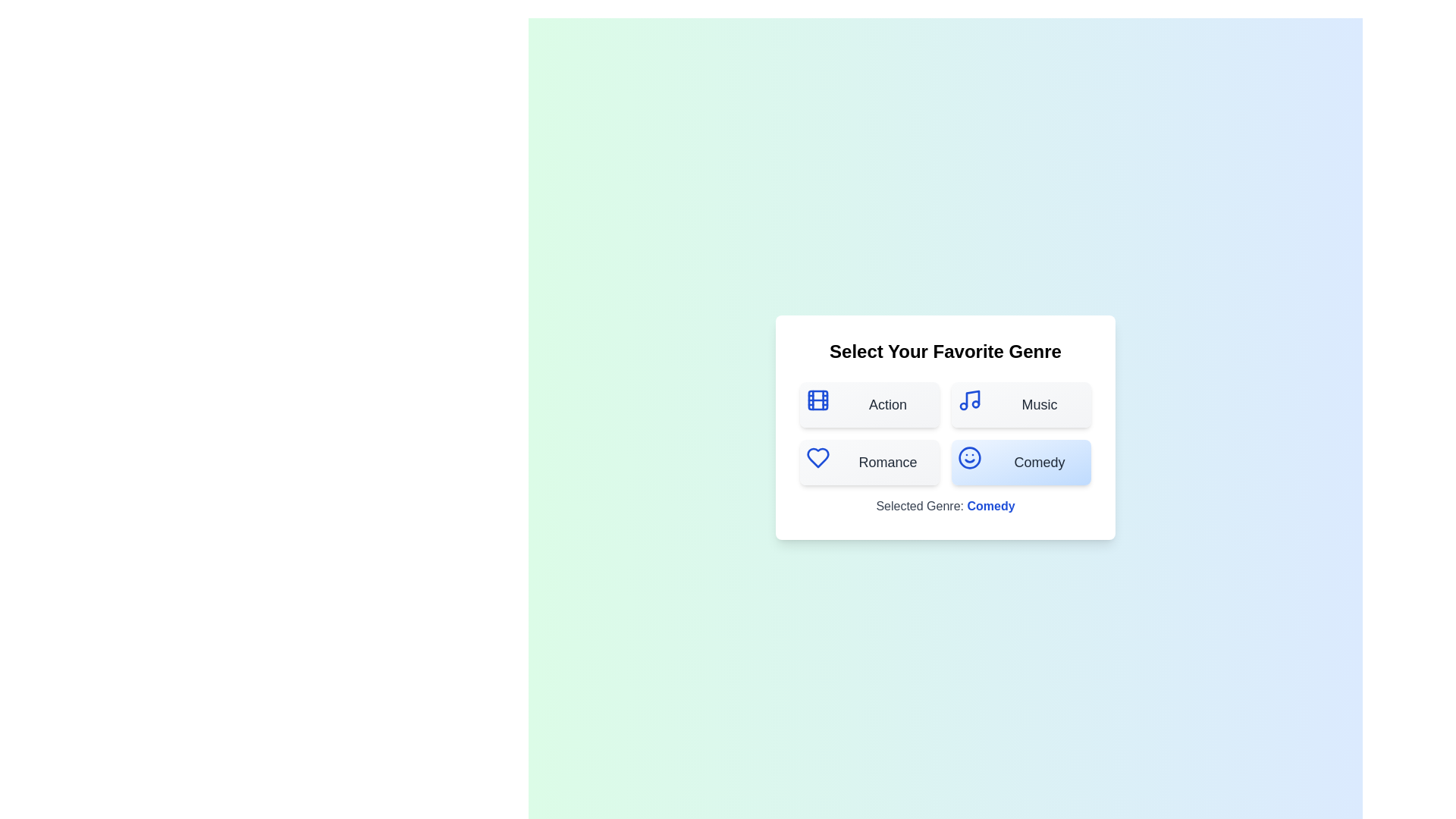  I want to click on the 'Action' genre selection button, which is the first button in the grid located at the top-left corner, to the left of the 'Music' button and above the 'Romance' button, so click(870, 403).